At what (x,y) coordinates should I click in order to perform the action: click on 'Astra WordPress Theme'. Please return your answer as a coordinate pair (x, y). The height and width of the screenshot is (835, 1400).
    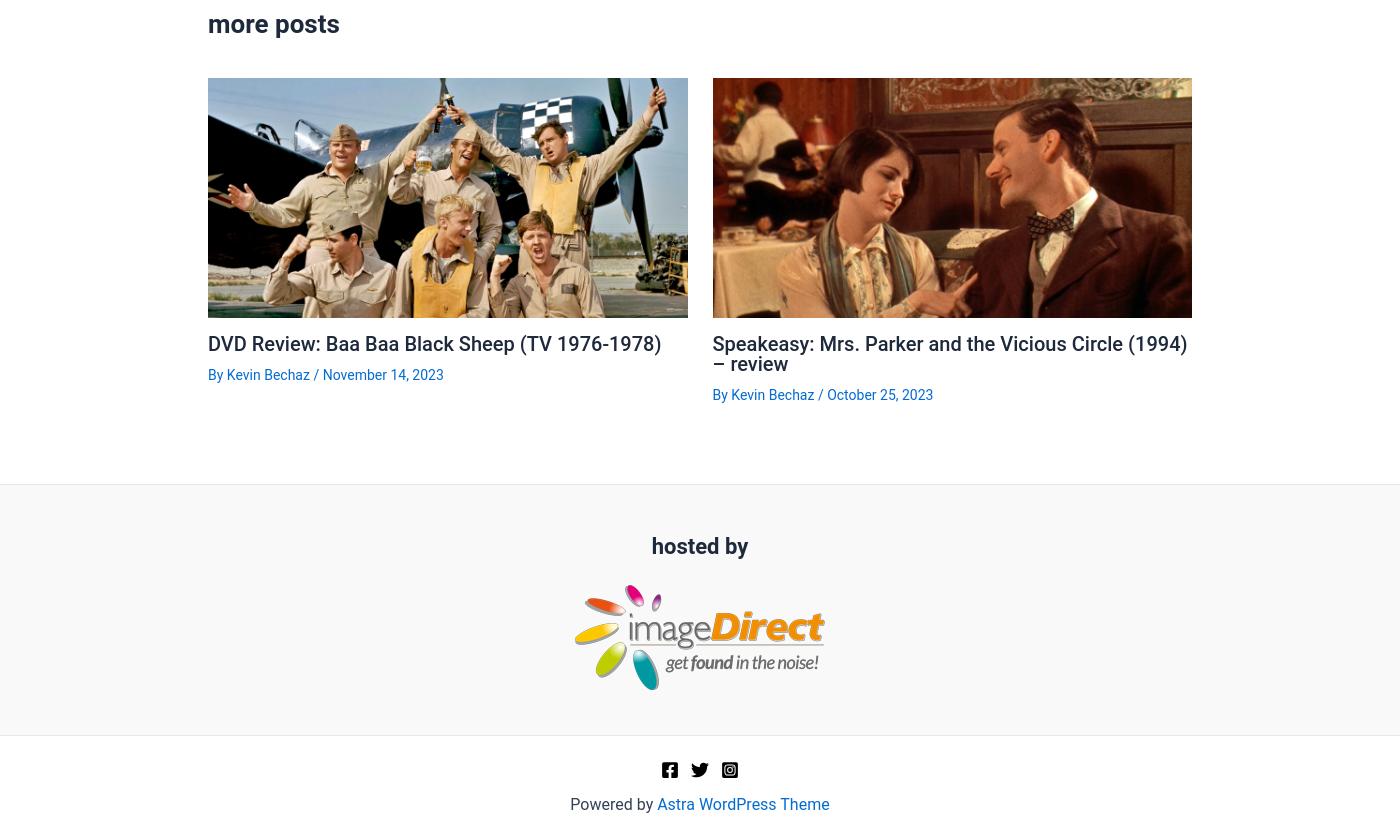
    Looking at the image, I should click on (742, 802).